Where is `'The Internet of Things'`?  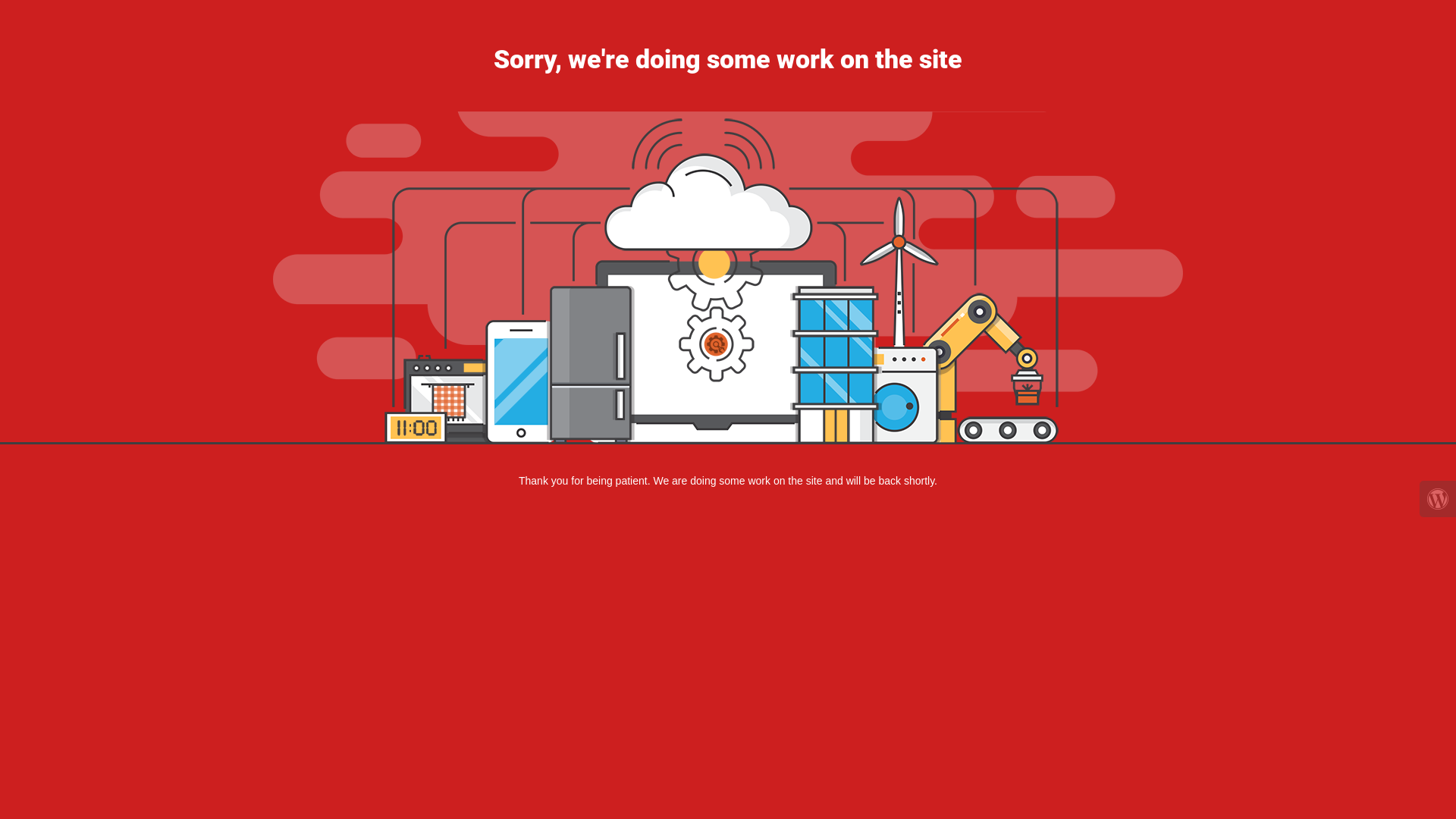
'The Internet of Things' is located at coordinates (728, 278).